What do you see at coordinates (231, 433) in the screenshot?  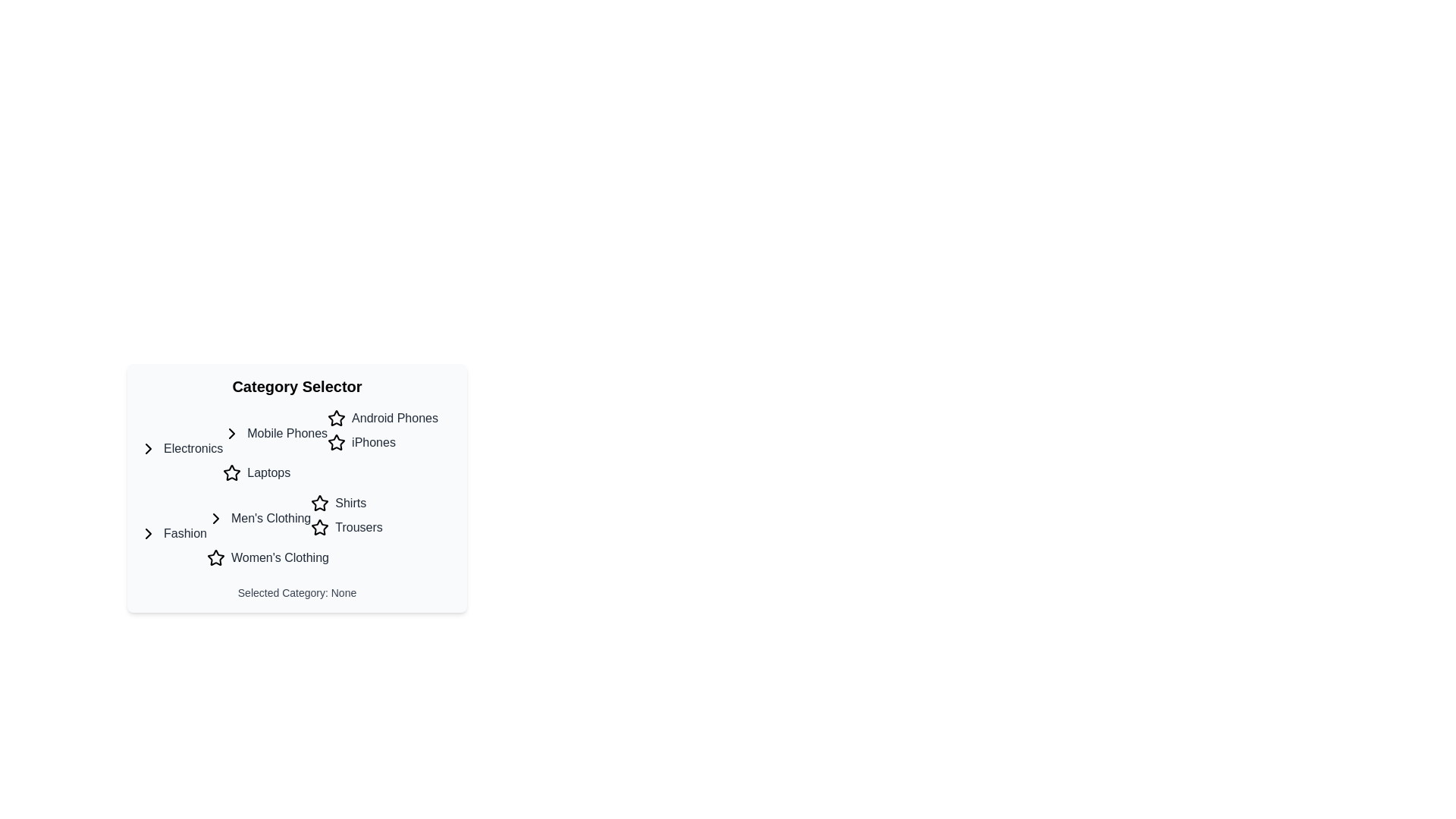 I see `the right-pointing chevron icon adjacent to the 'Mobile Phones' text in the 'Electronics' category selector interface` at bounding box center [231, 433].